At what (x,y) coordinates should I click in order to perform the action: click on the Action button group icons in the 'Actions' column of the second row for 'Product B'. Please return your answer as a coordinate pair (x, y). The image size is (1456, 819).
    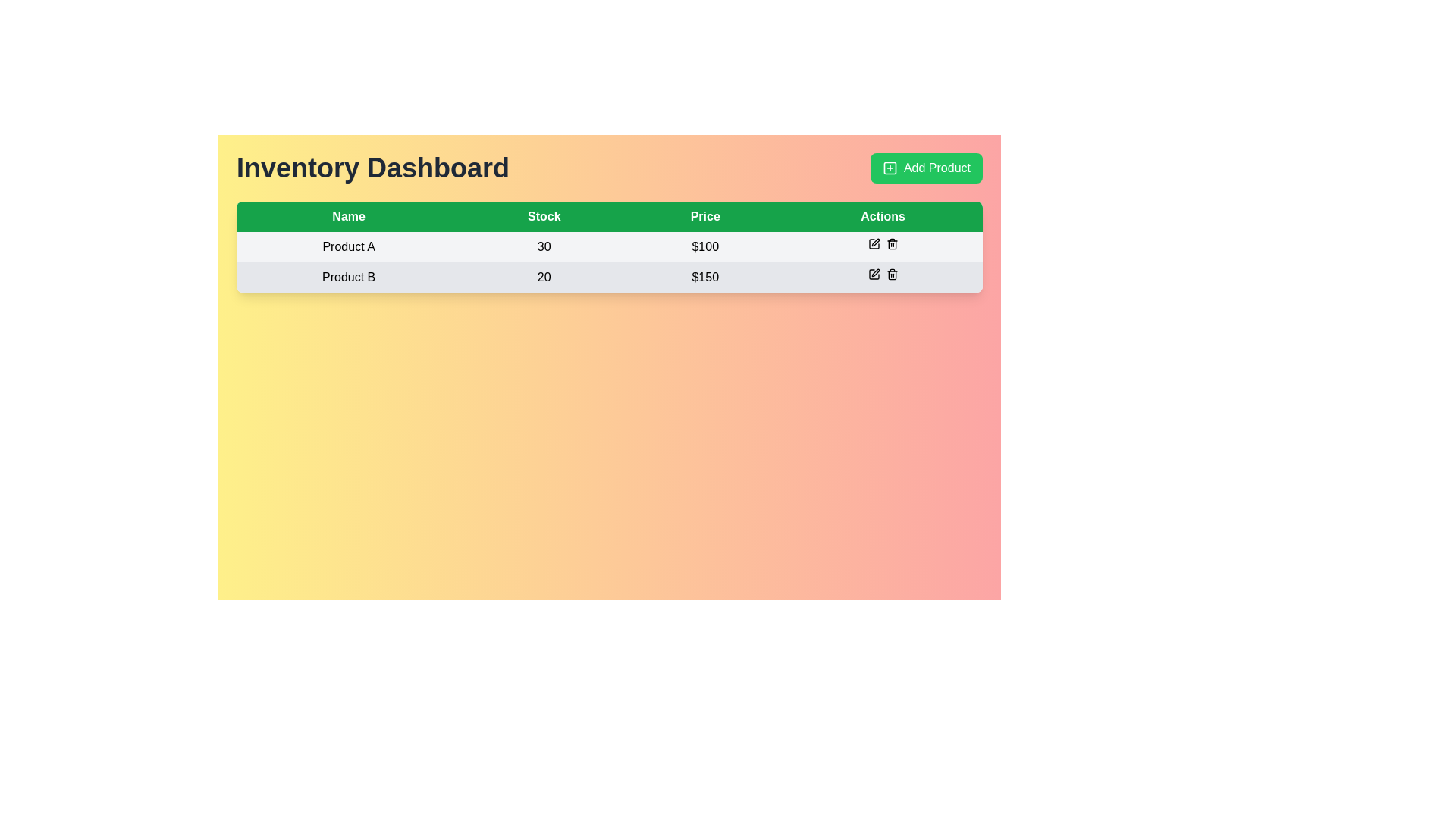
    Looking at the image, I should click on (883, 275).